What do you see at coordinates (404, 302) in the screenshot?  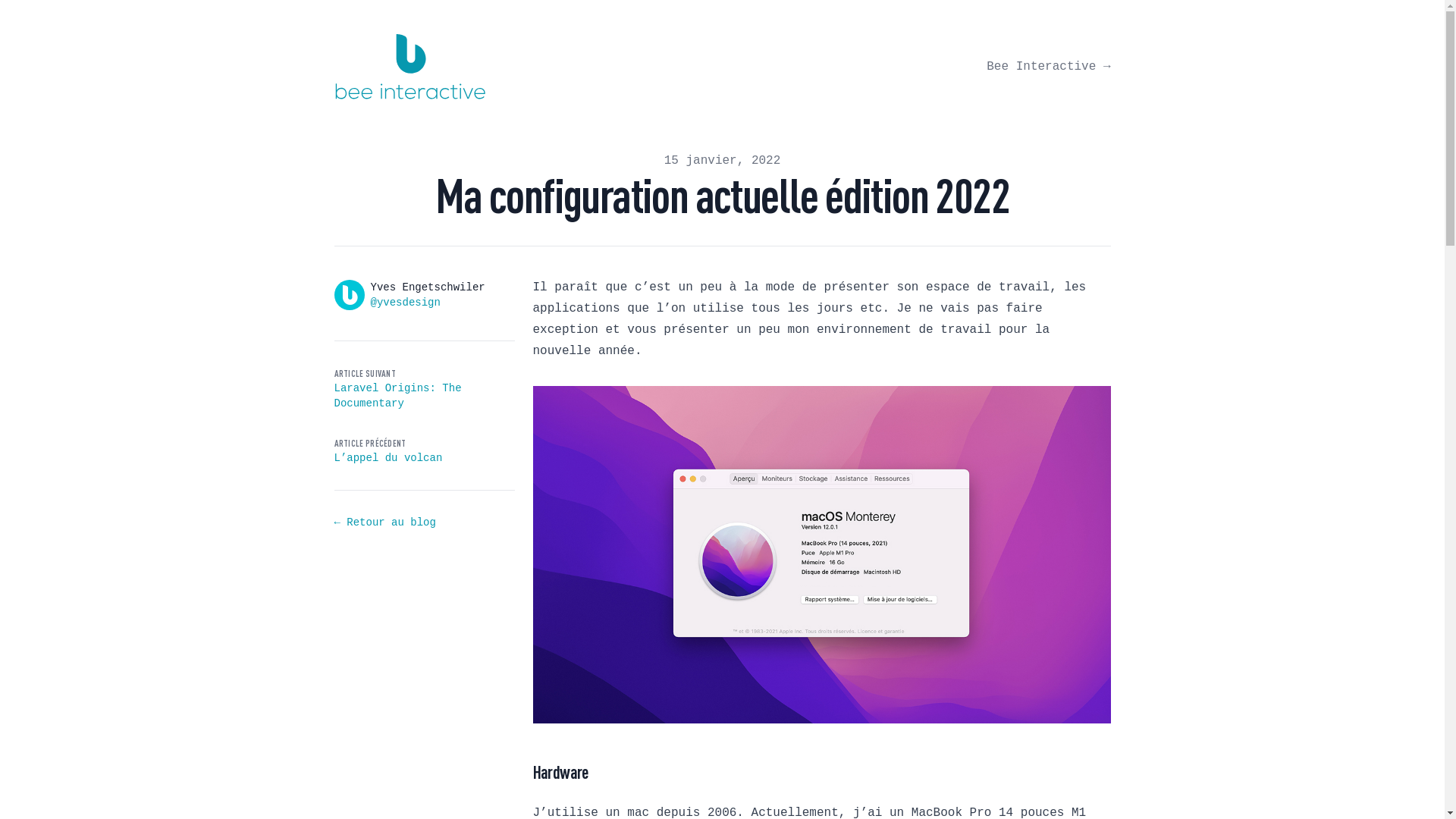 I see `'@yvesdesign'` at bounding box center [404, 302].